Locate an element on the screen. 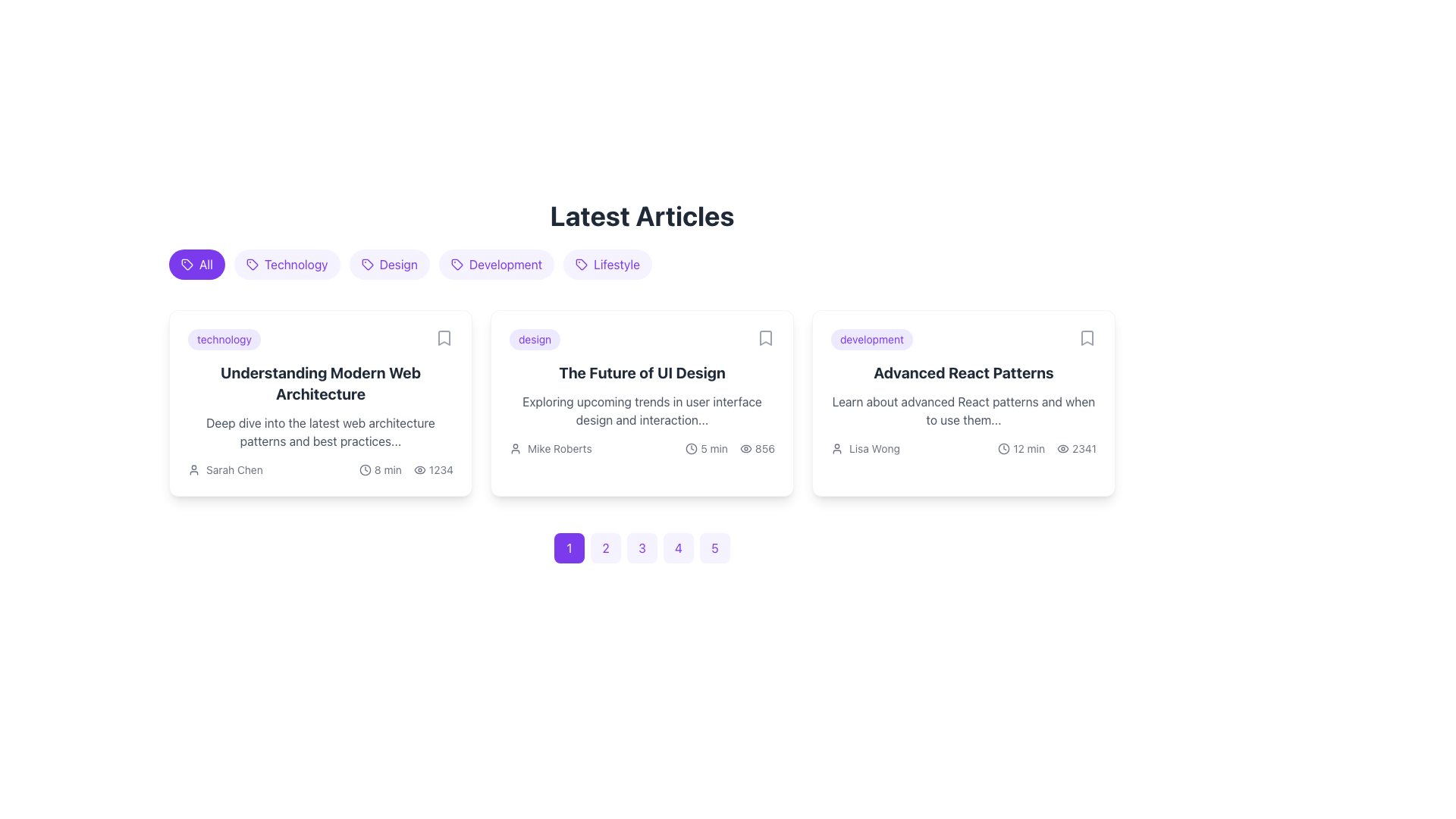  the user/avatar icon representing the author 'Sarah Chen', located to the left of the text, in the bottom-left section of the first article card is located at coordinates (193, 469).